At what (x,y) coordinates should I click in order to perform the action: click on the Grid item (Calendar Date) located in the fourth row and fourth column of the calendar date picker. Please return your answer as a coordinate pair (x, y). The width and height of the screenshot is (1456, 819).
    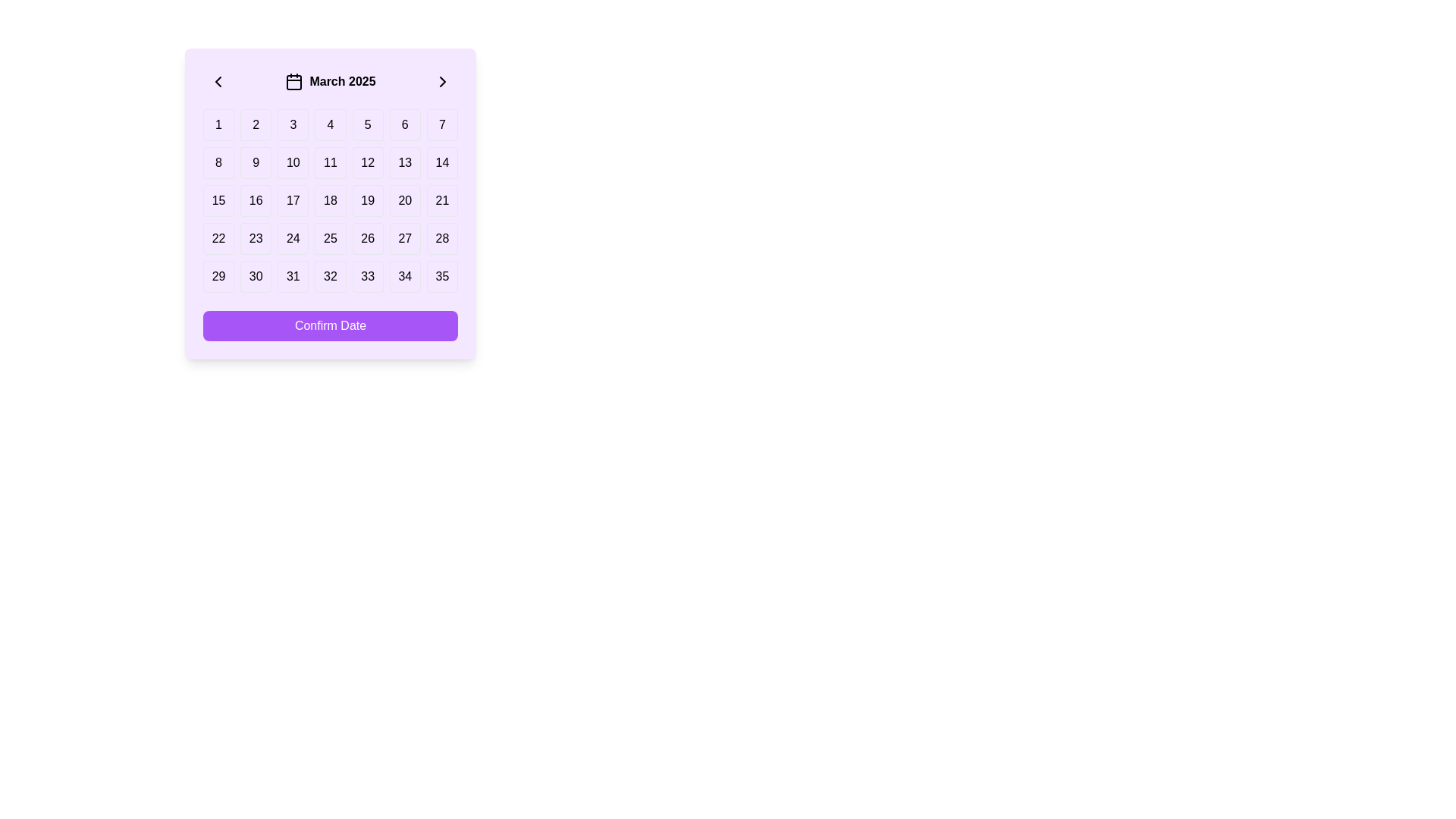
    Looking at the image, I should click on (293, 239).